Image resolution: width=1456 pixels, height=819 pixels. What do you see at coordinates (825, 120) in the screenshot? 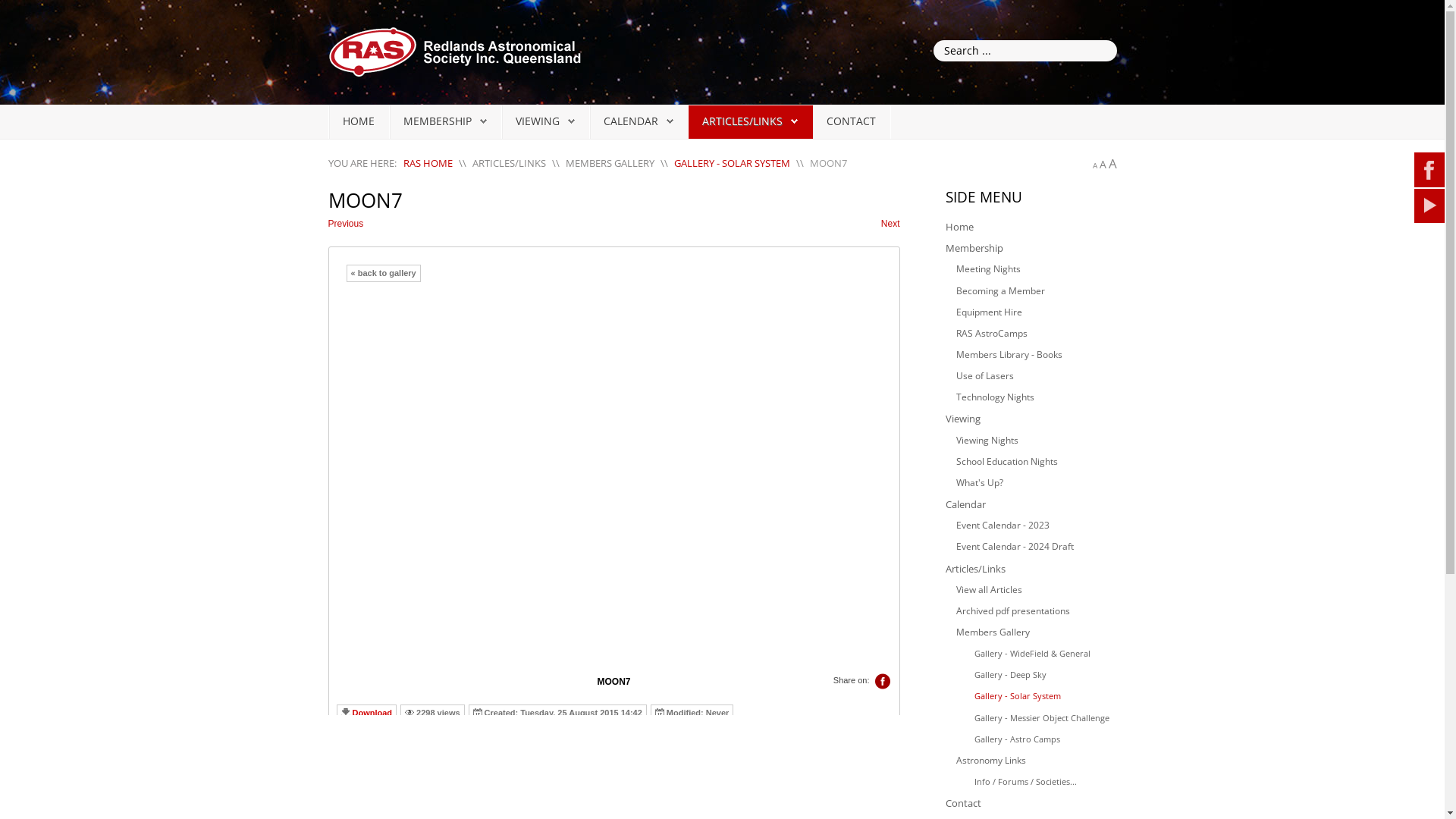
I see `'CONTACT'` at bounding box center [825, 120].